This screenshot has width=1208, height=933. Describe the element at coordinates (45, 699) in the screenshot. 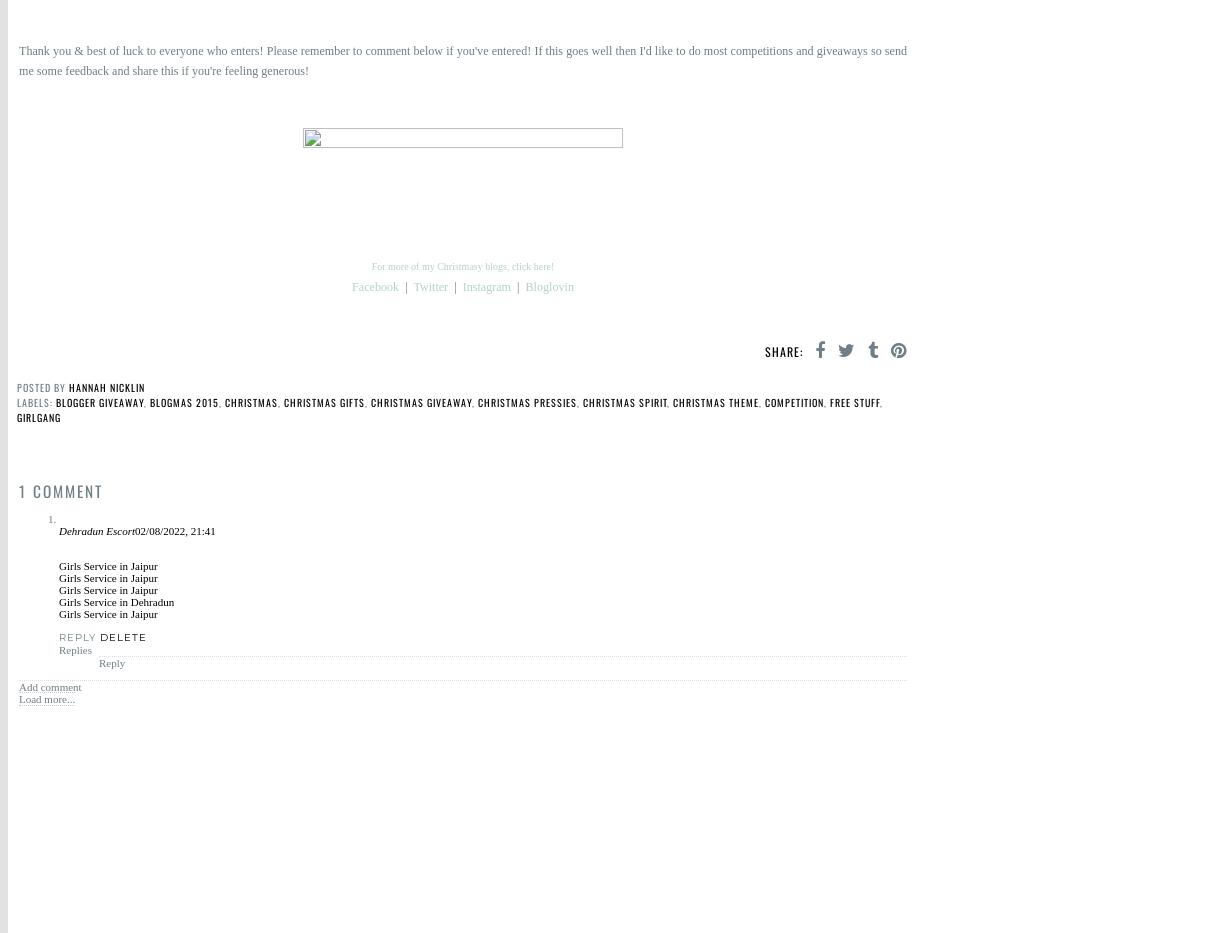

I see `'Load more...'` at that location.